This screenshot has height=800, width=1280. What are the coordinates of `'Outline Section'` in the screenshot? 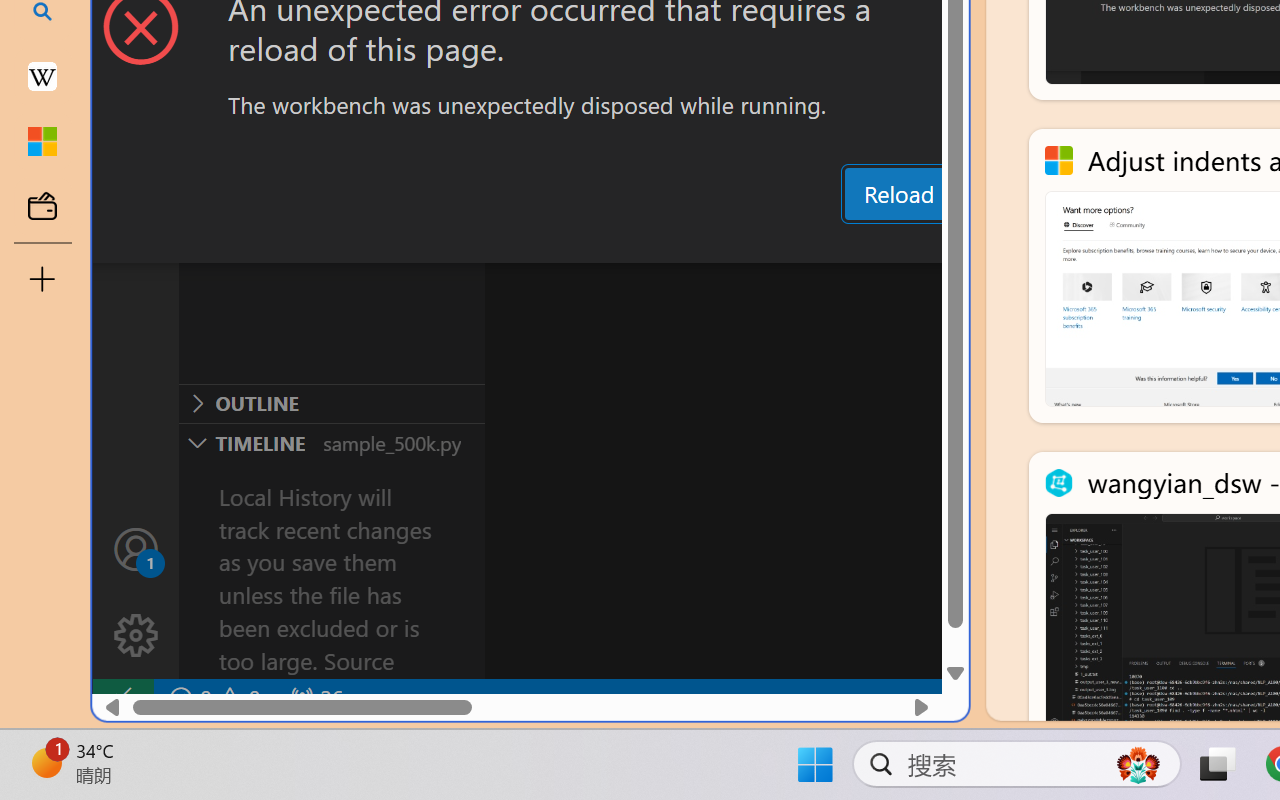 It's located at (331, 403).